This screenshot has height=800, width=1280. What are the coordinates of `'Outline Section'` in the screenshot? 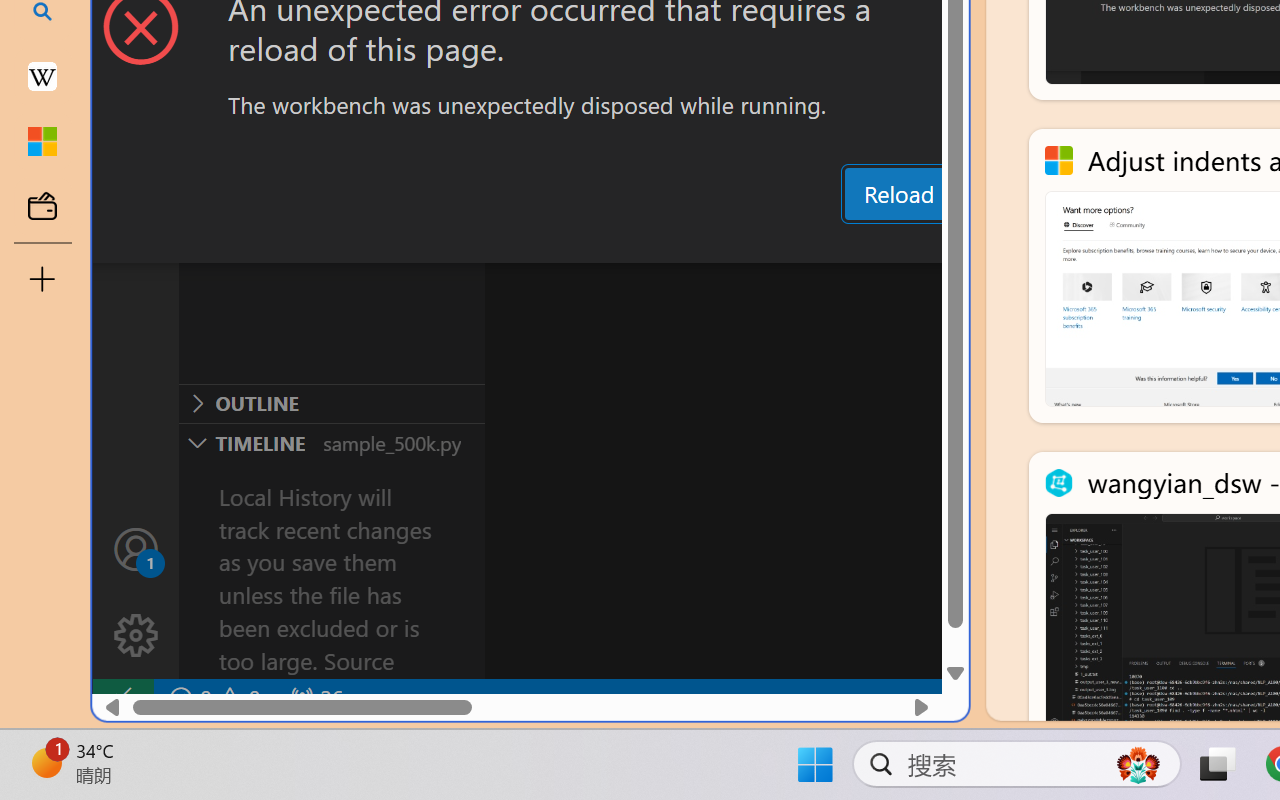 It's located at (331, 403).